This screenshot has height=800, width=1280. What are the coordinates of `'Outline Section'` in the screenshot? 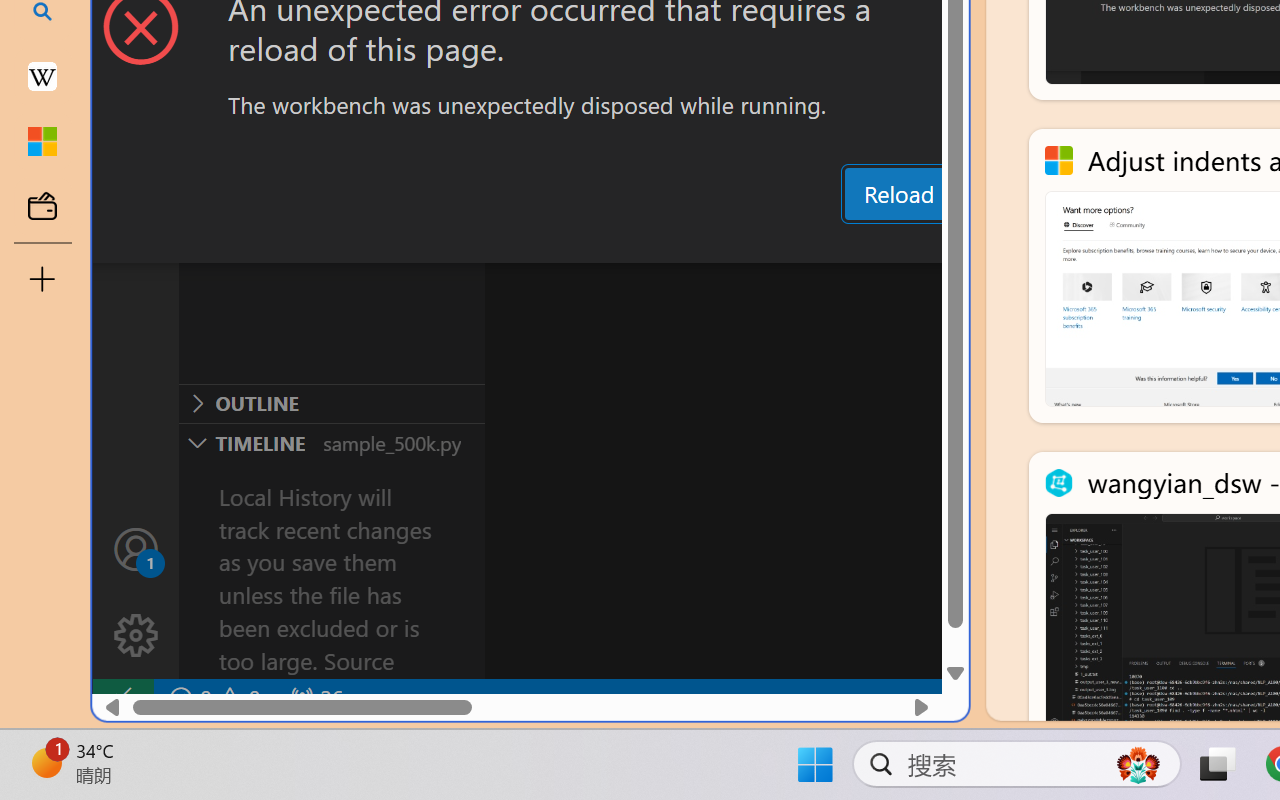 It's located at (331, 403).